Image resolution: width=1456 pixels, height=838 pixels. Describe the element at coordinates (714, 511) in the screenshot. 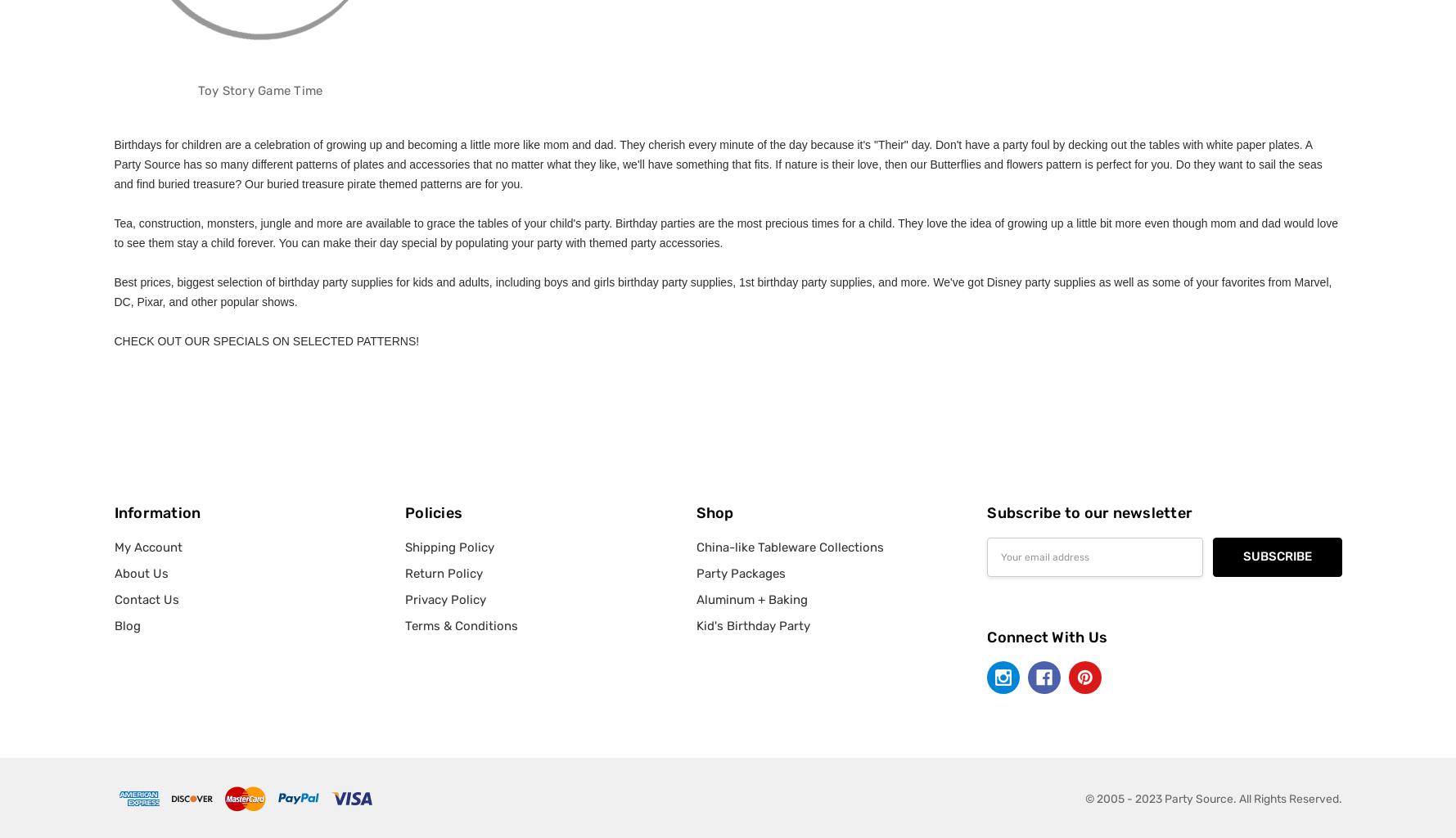

I see `'Shop'` at that location.